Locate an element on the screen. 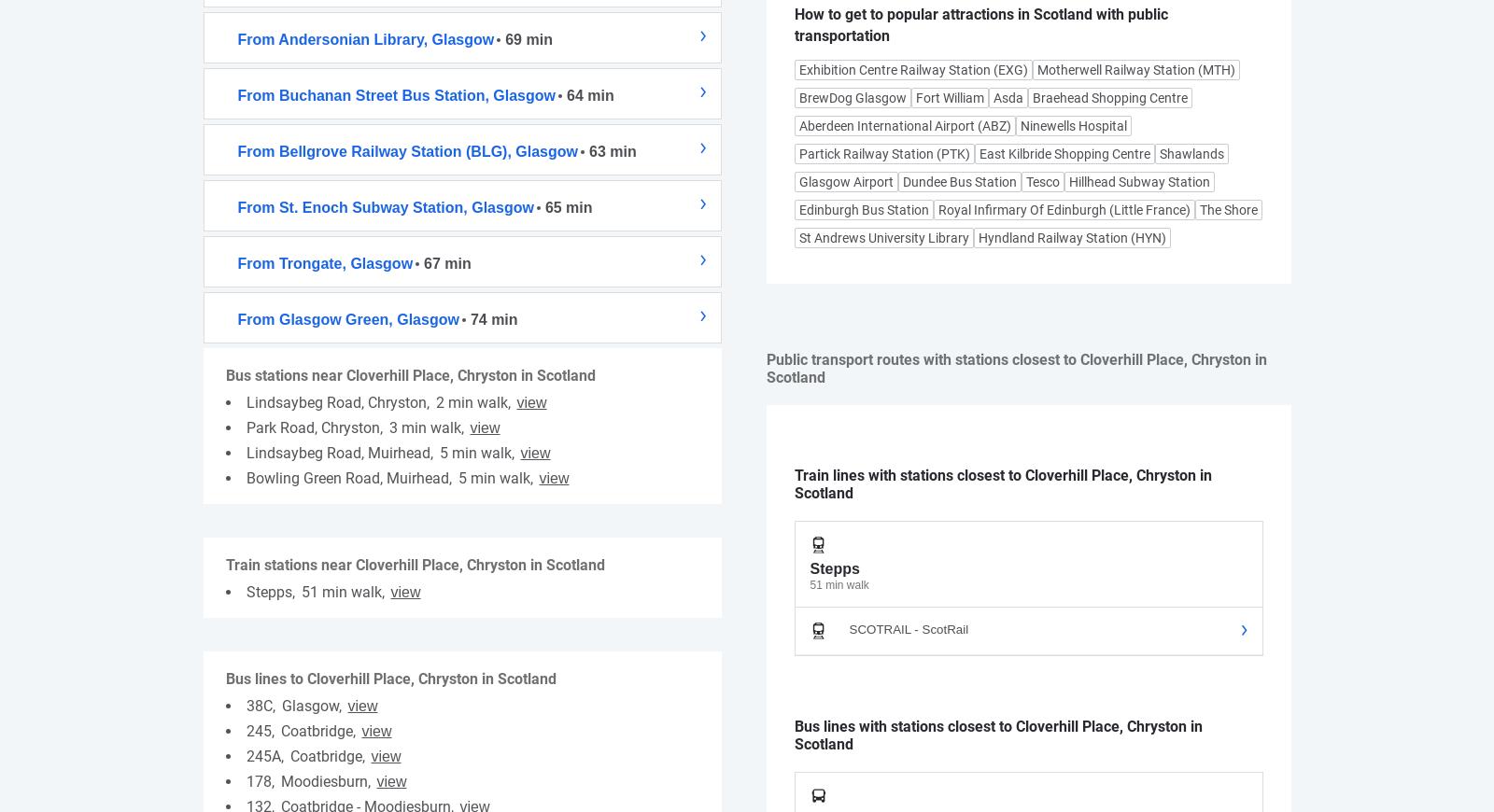  'Park Road, Chryston' is located at coordinates (312, 426).